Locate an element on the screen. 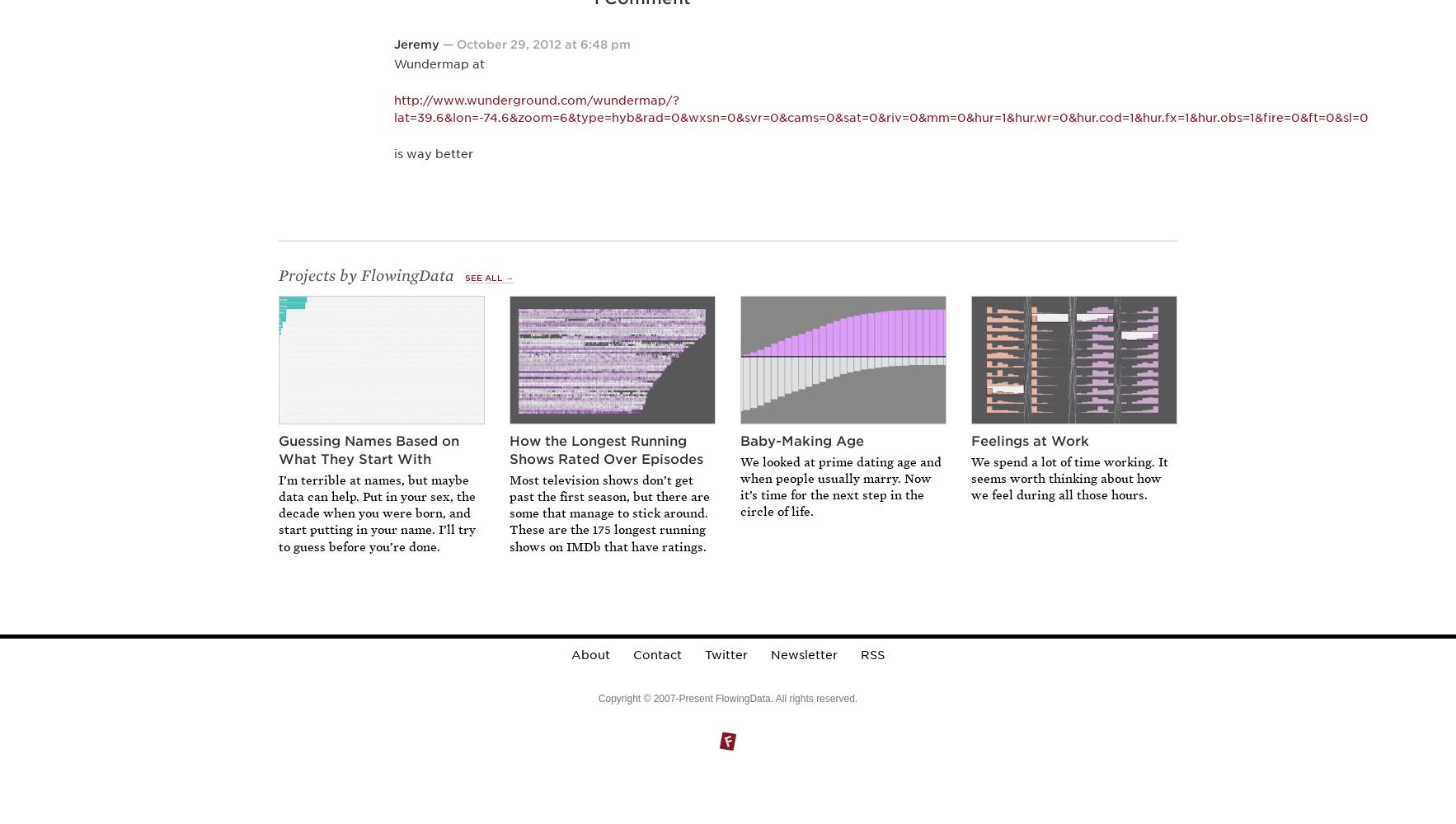  'Guessing Names Based on What They Start With' is located at coordinates (369, 450).